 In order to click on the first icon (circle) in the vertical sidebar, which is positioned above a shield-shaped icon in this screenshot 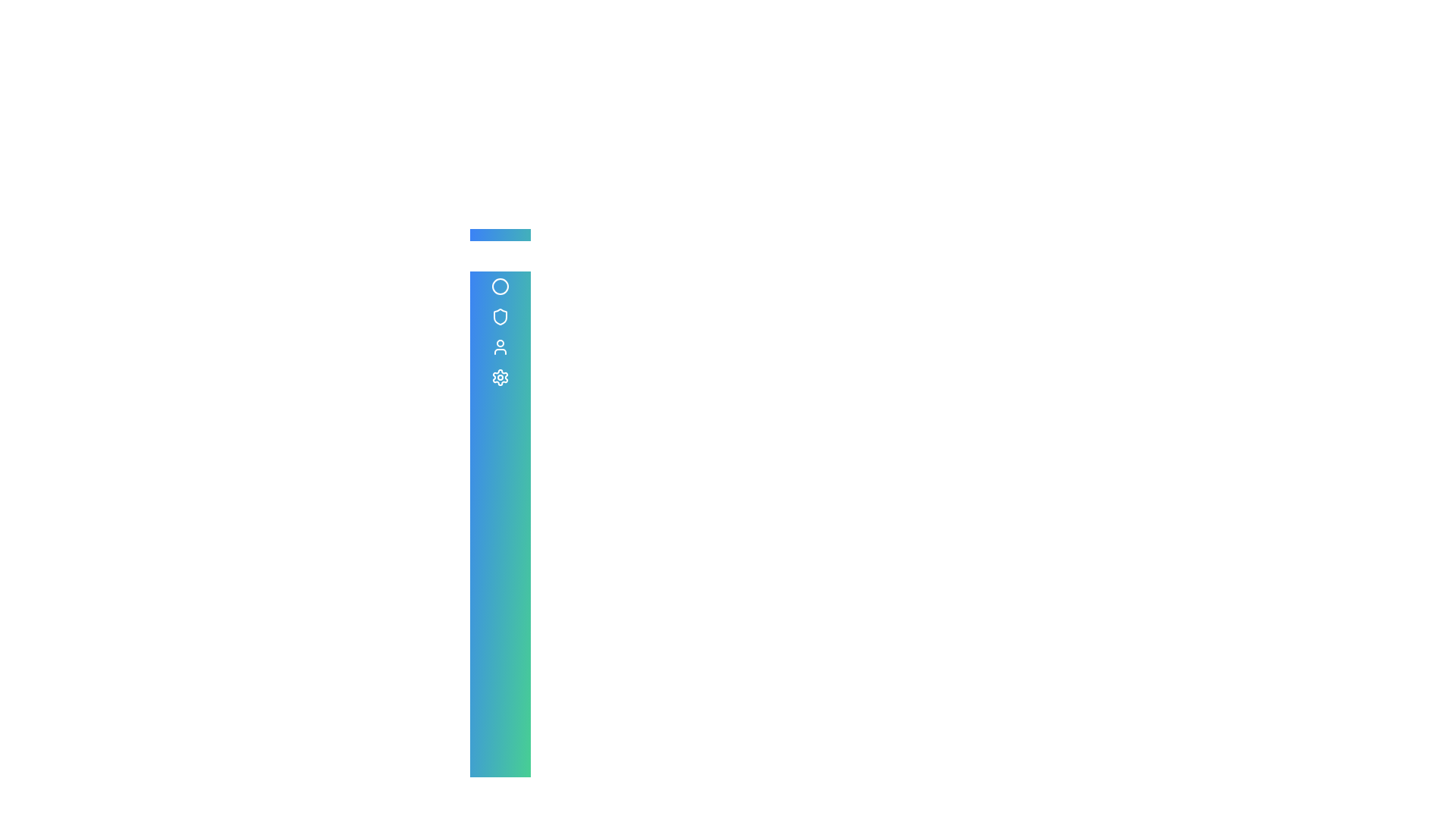, I will do `click(500, 287)`.